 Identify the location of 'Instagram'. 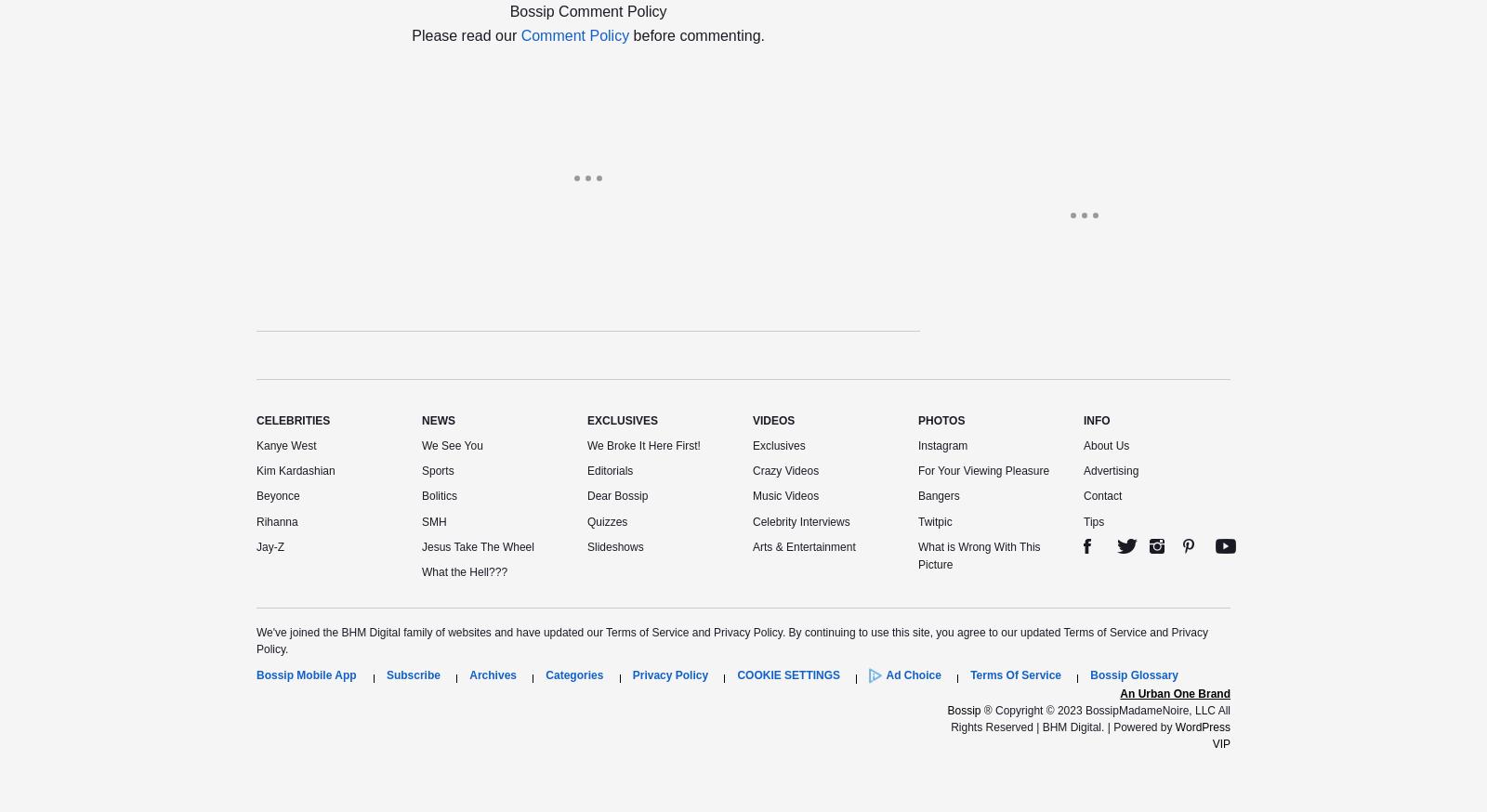
(917, 445).